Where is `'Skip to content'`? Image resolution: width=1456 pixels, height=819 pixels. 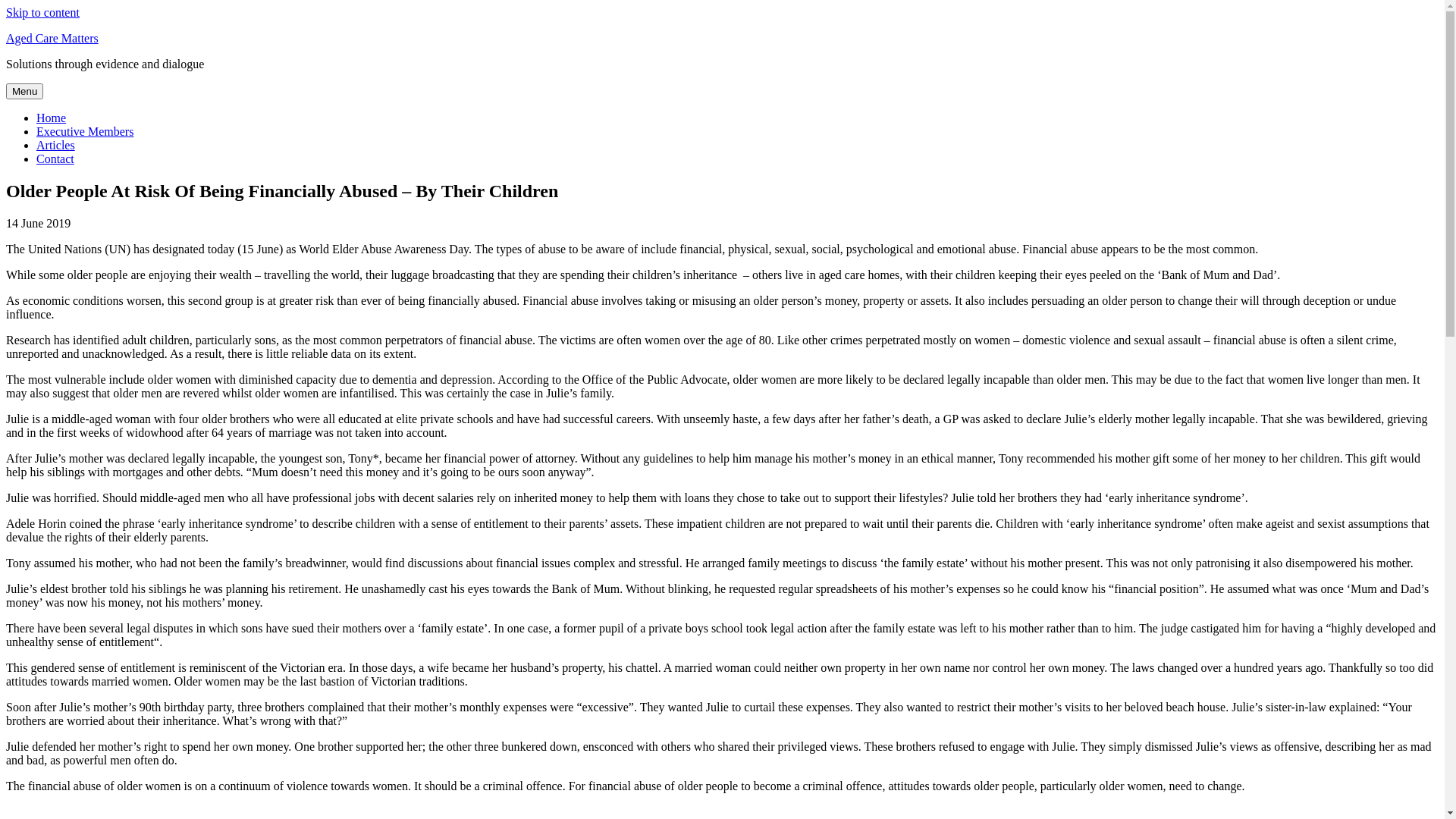 'Skip to content' is located at coordinates (42, 12).